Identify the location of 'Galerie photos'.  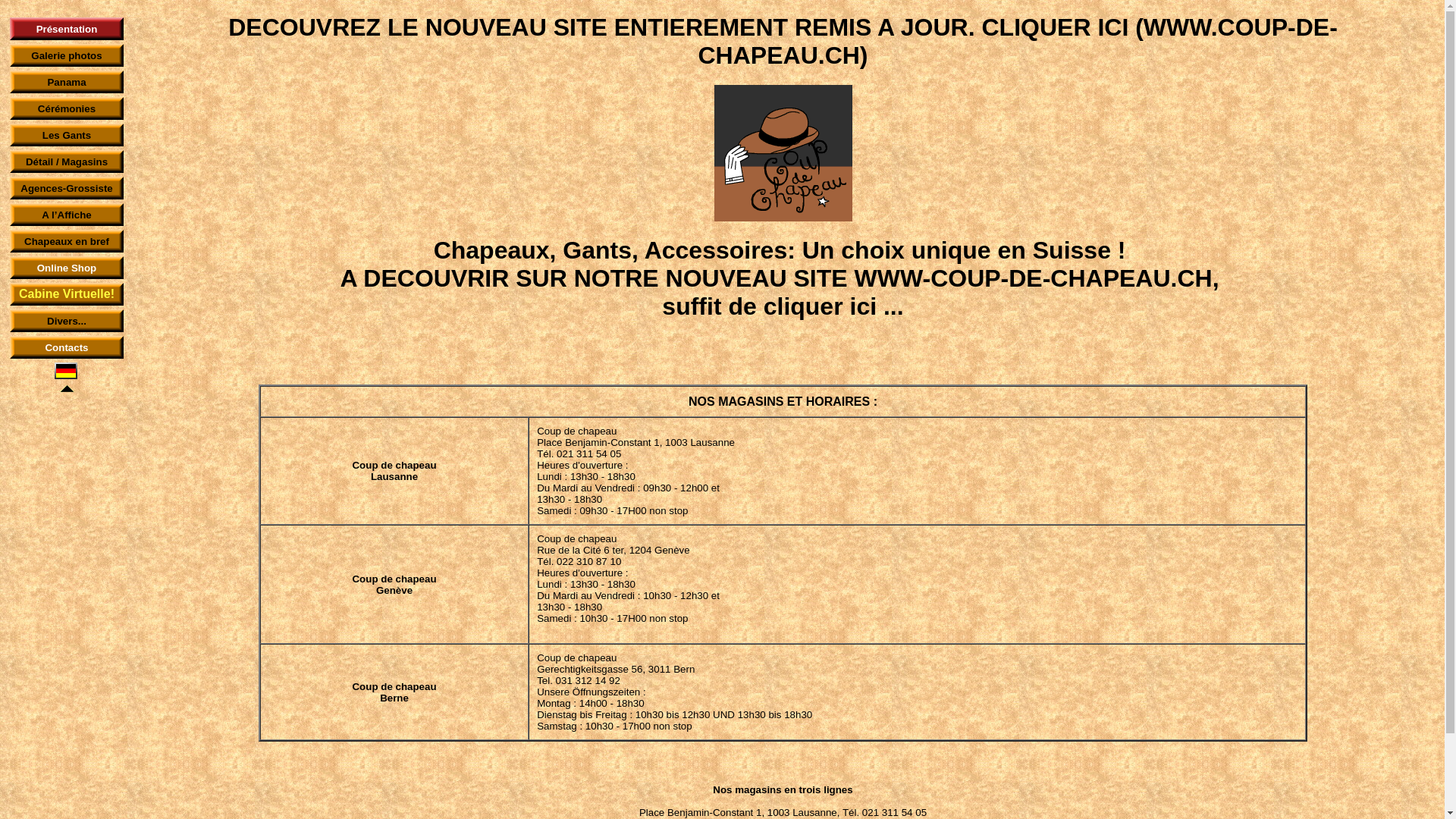
(31, 55).